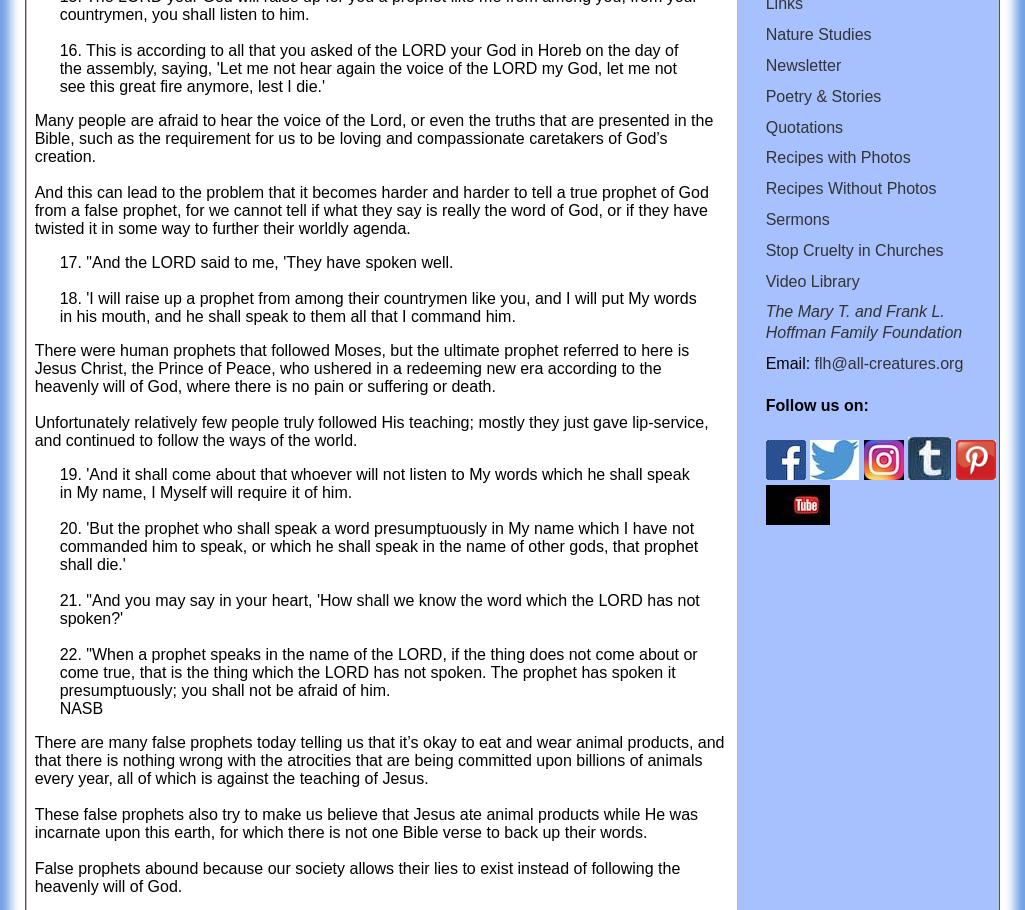  What do you see at coordinates (764, 156) in the screenshot?
I see `'Recipes with Photos'` at bounding box center [764, 156].